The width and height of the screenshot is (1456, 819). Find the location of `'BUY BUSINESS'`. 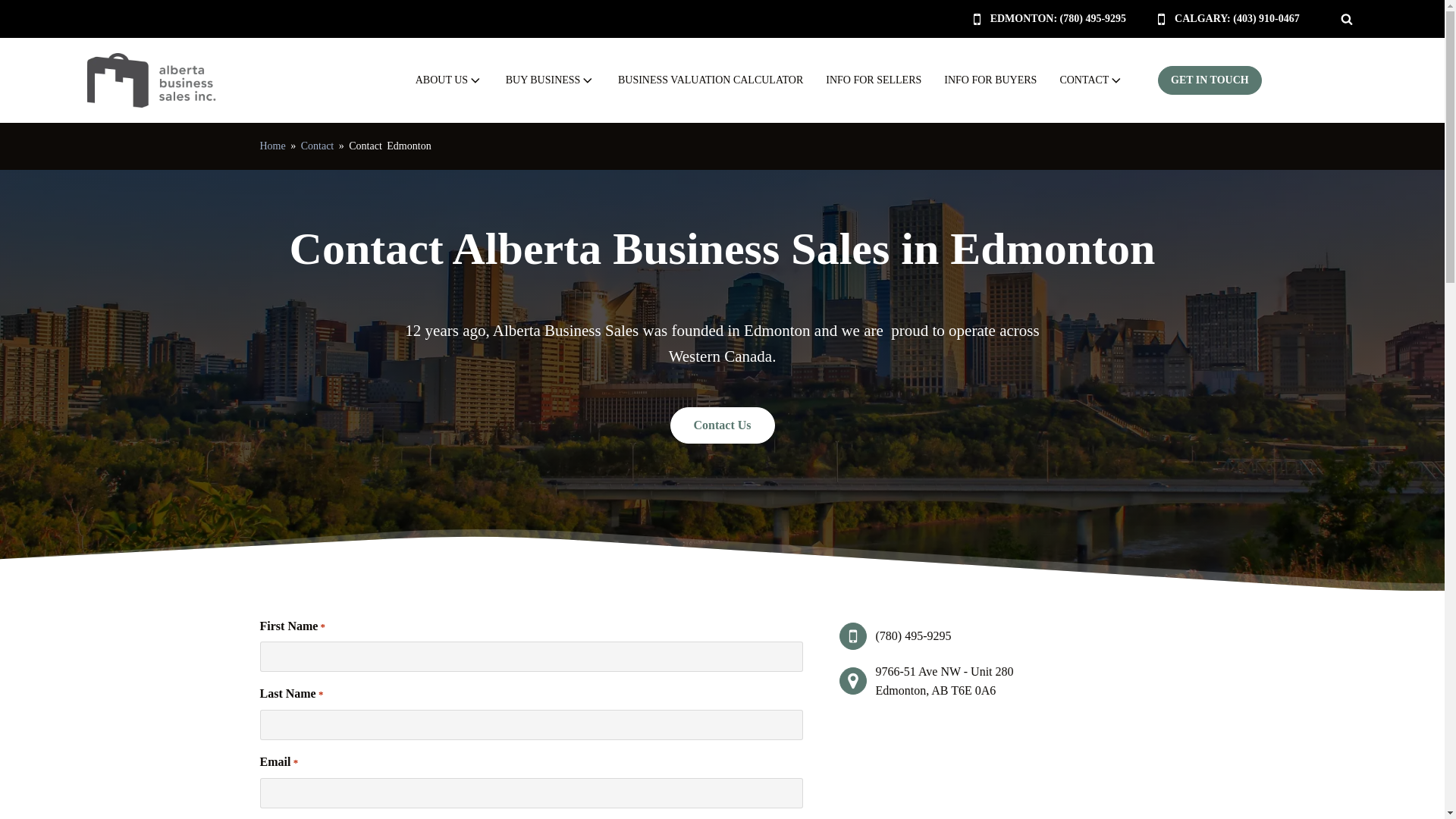

'BUY BUSINESS' is located at coordinates (549, 80).